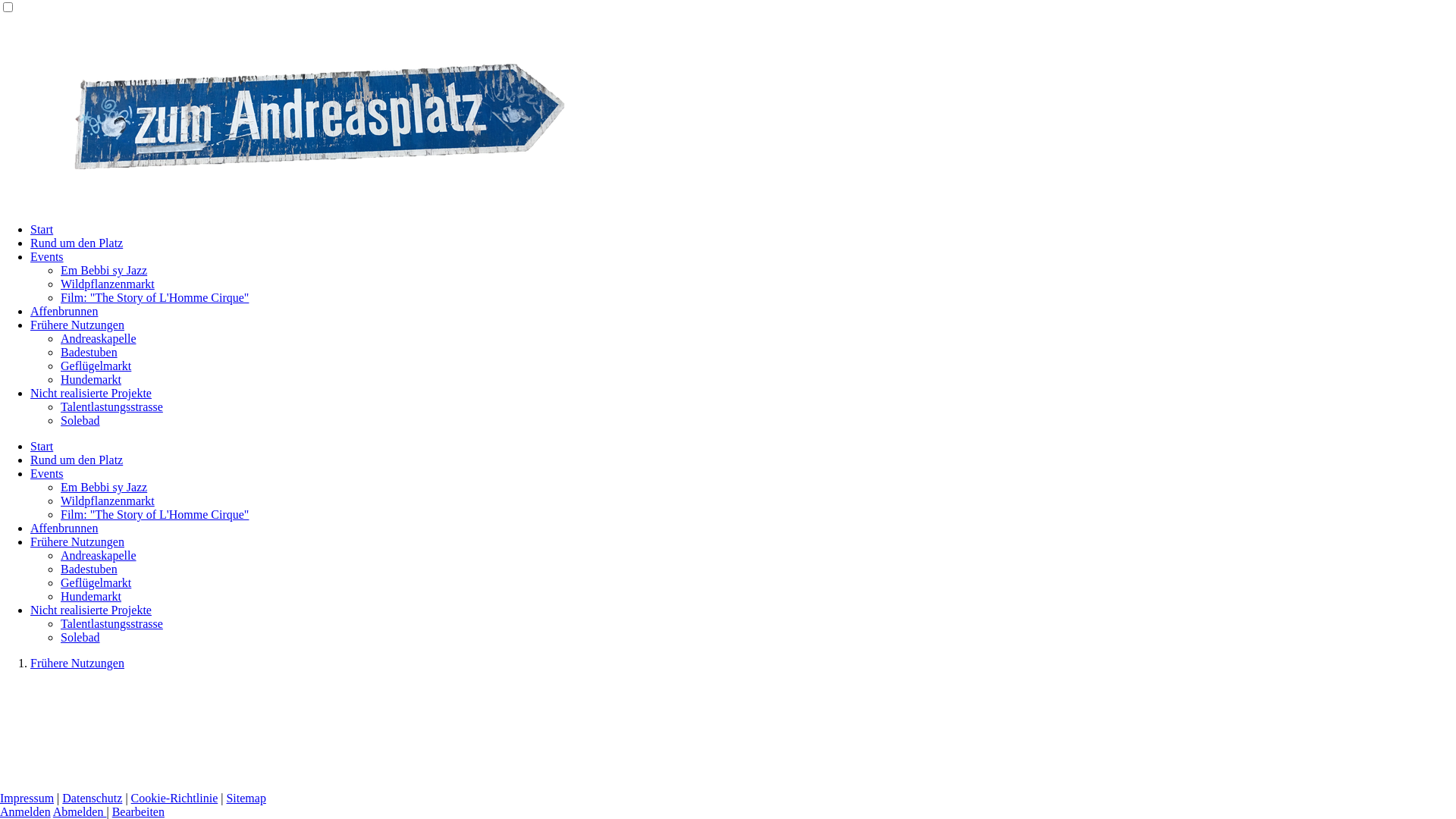  Describe the element at coordinates (63, 527) in the screenshot. I see `'Affenbrunnen'` at that location.